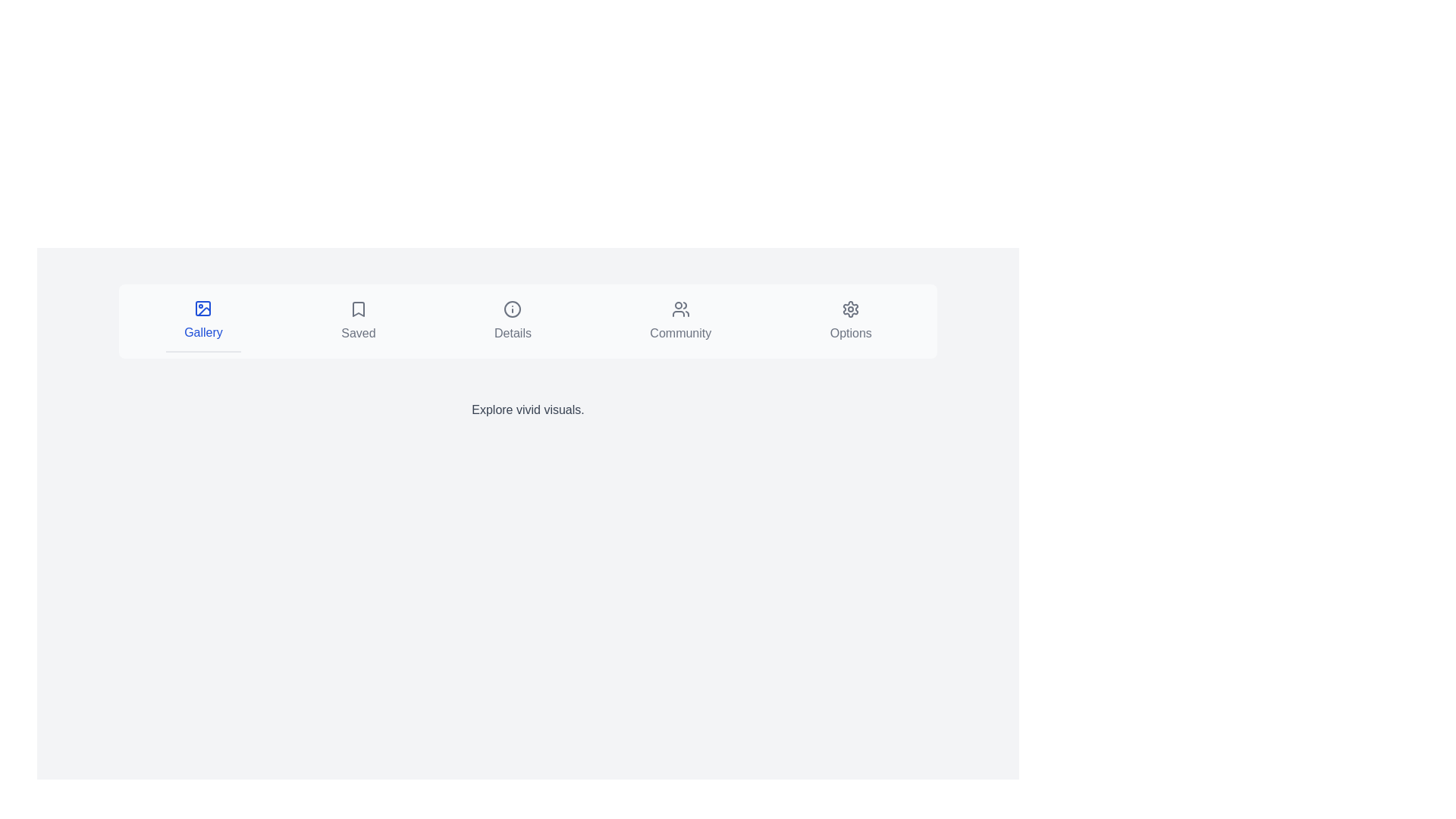  Describe the element at coordinates (851, 321) in the screenshot. I see `the tab labeled Options to display its associated content` at that location.